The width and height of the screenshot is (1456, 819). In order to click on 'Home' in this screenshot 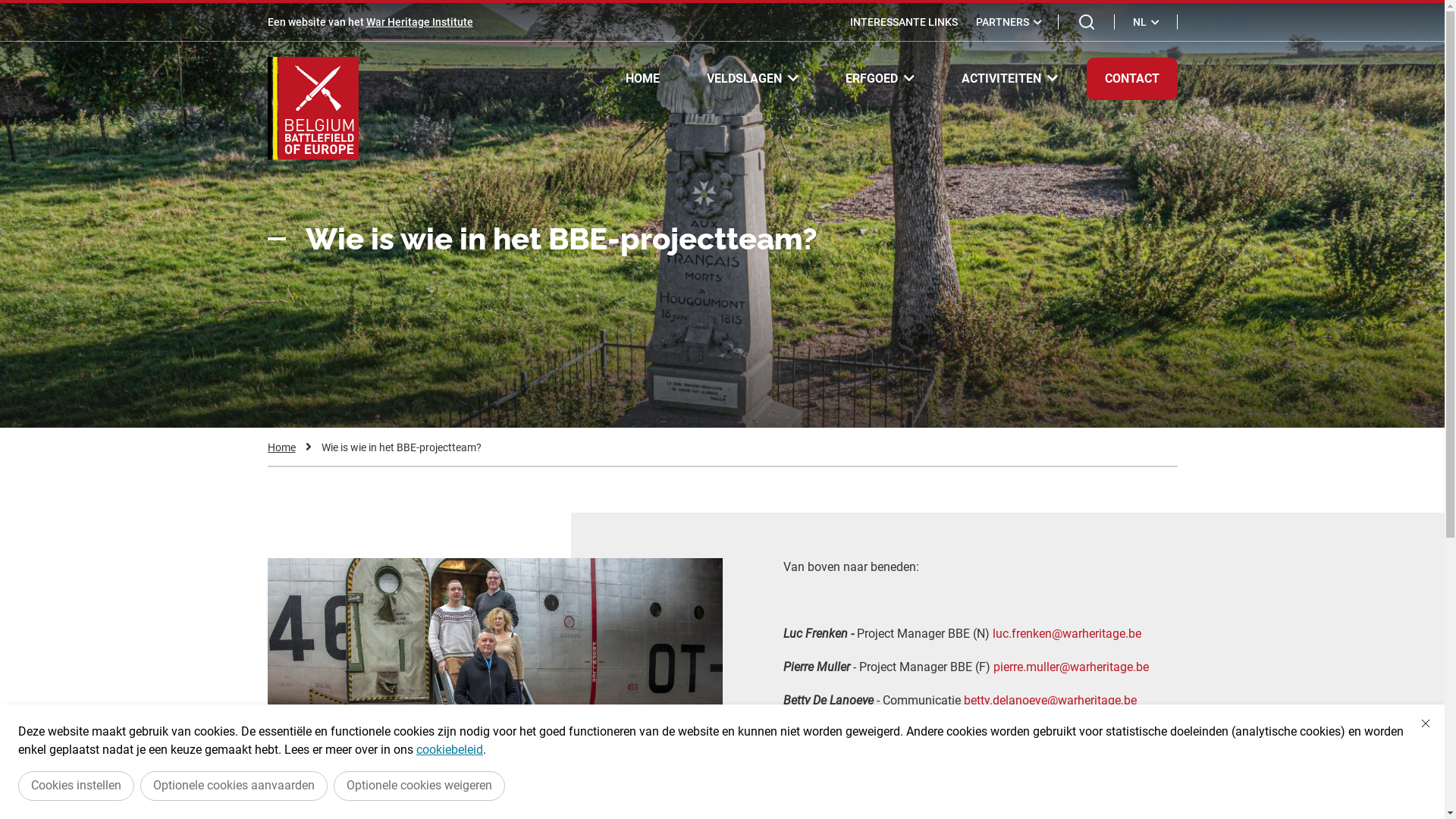, I will do `click(281, 447)`.